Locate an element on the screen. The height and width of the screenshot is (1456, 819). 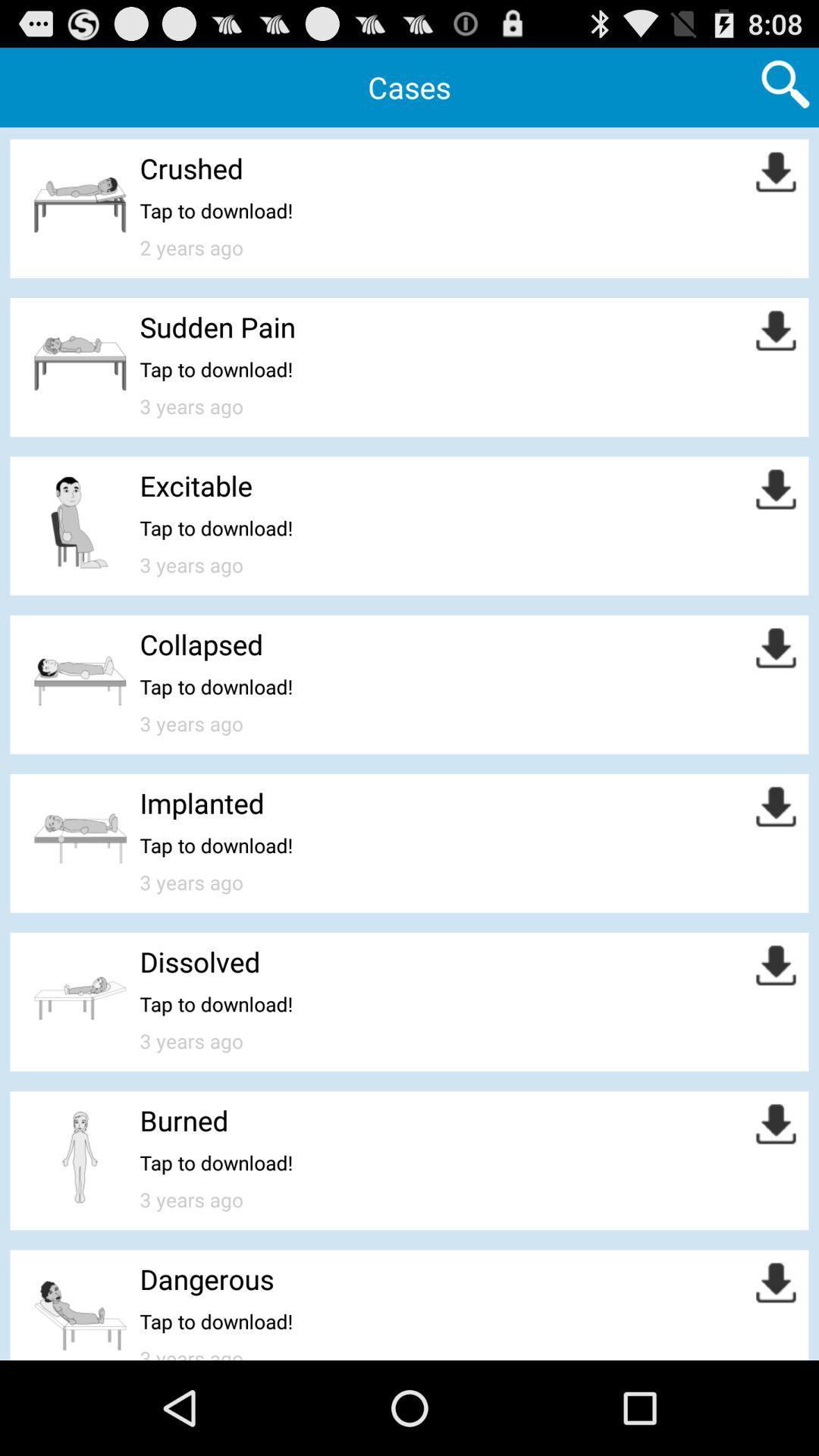
the icon above tap to download! item is located at coordinates (184, 1120).